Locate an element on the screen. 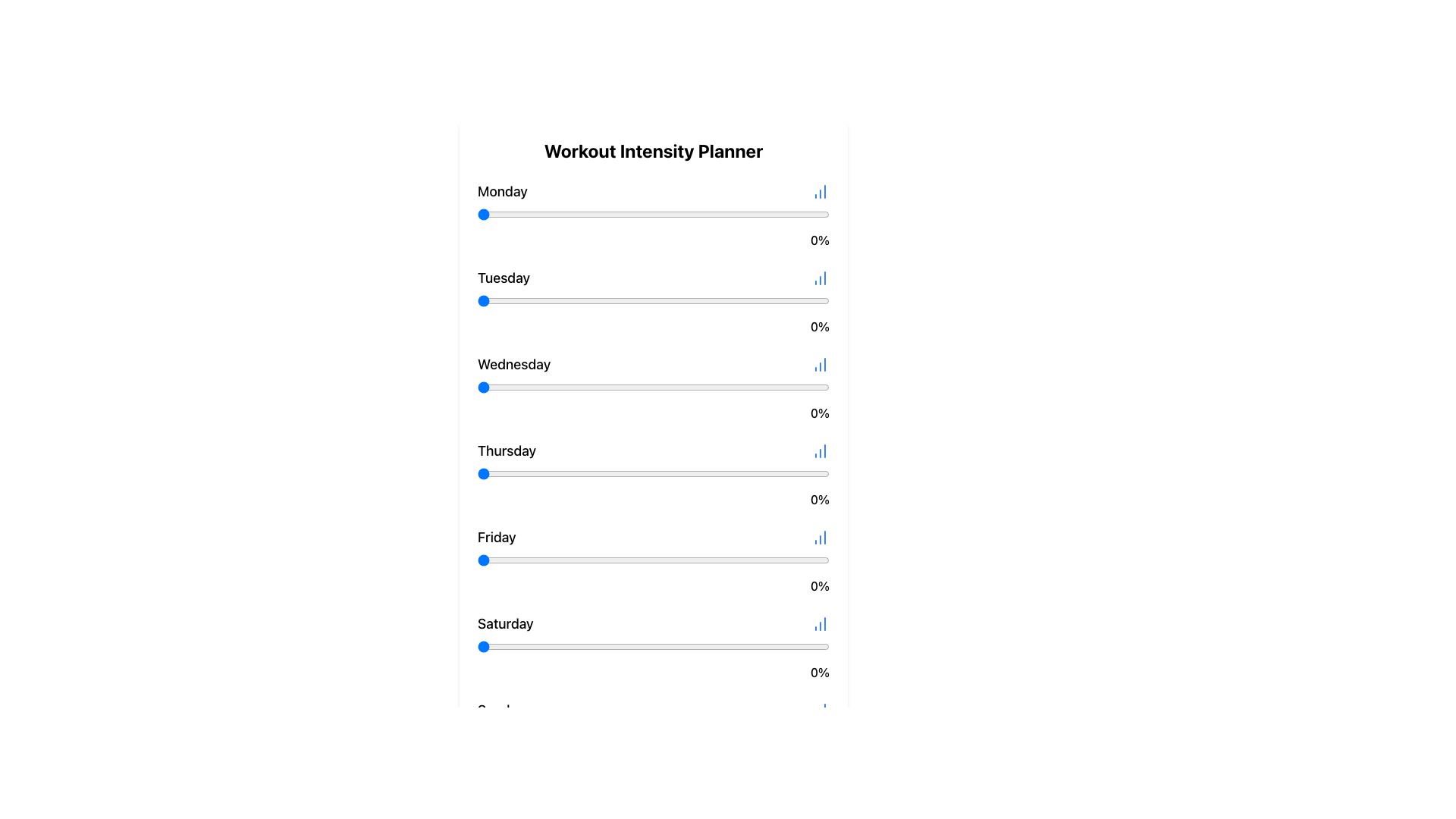 The width and height of the screenshot is (1456, 819). the track of the Slider (Range Input) to set the value, which is the seventh interactive element positioned below the 'Friday' label and above the '0%' text is located at coordinates (654, 560).